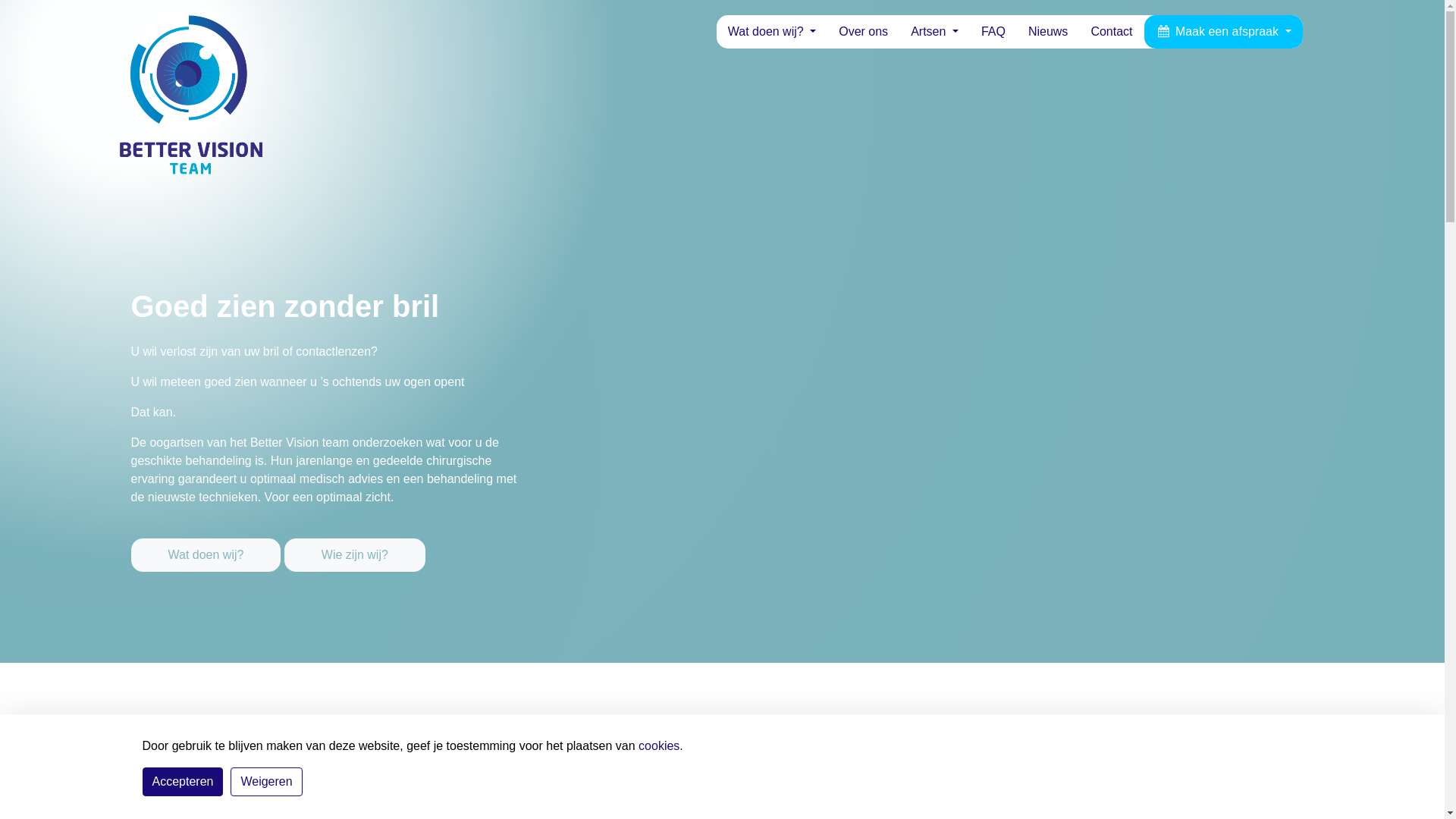 This screenshot has height=819, width=1456. I want to click on 'Wat doen wij?', so click(204, 555).